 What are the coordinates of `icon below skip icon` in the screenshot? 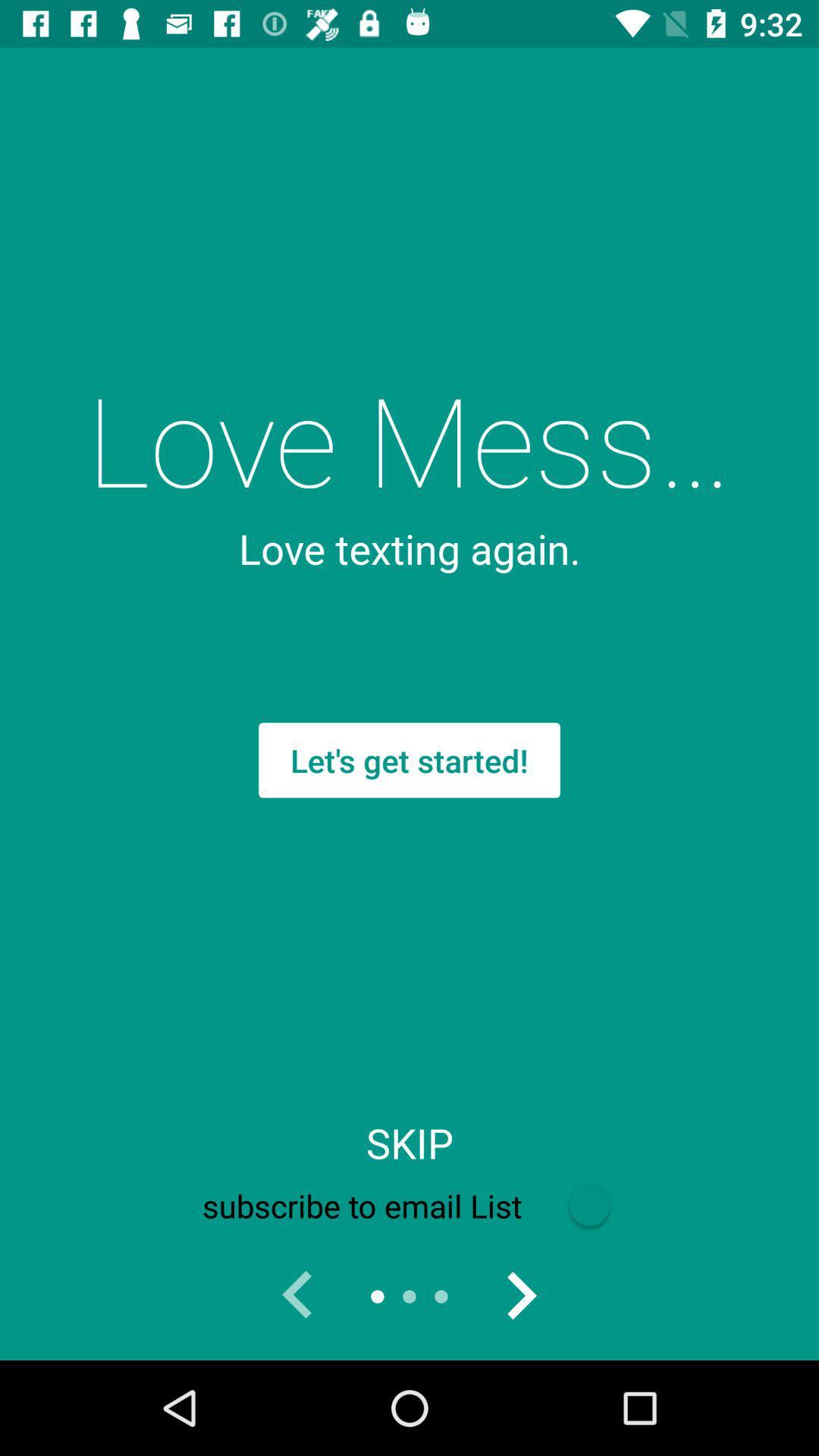 It's located at (409, 1205).